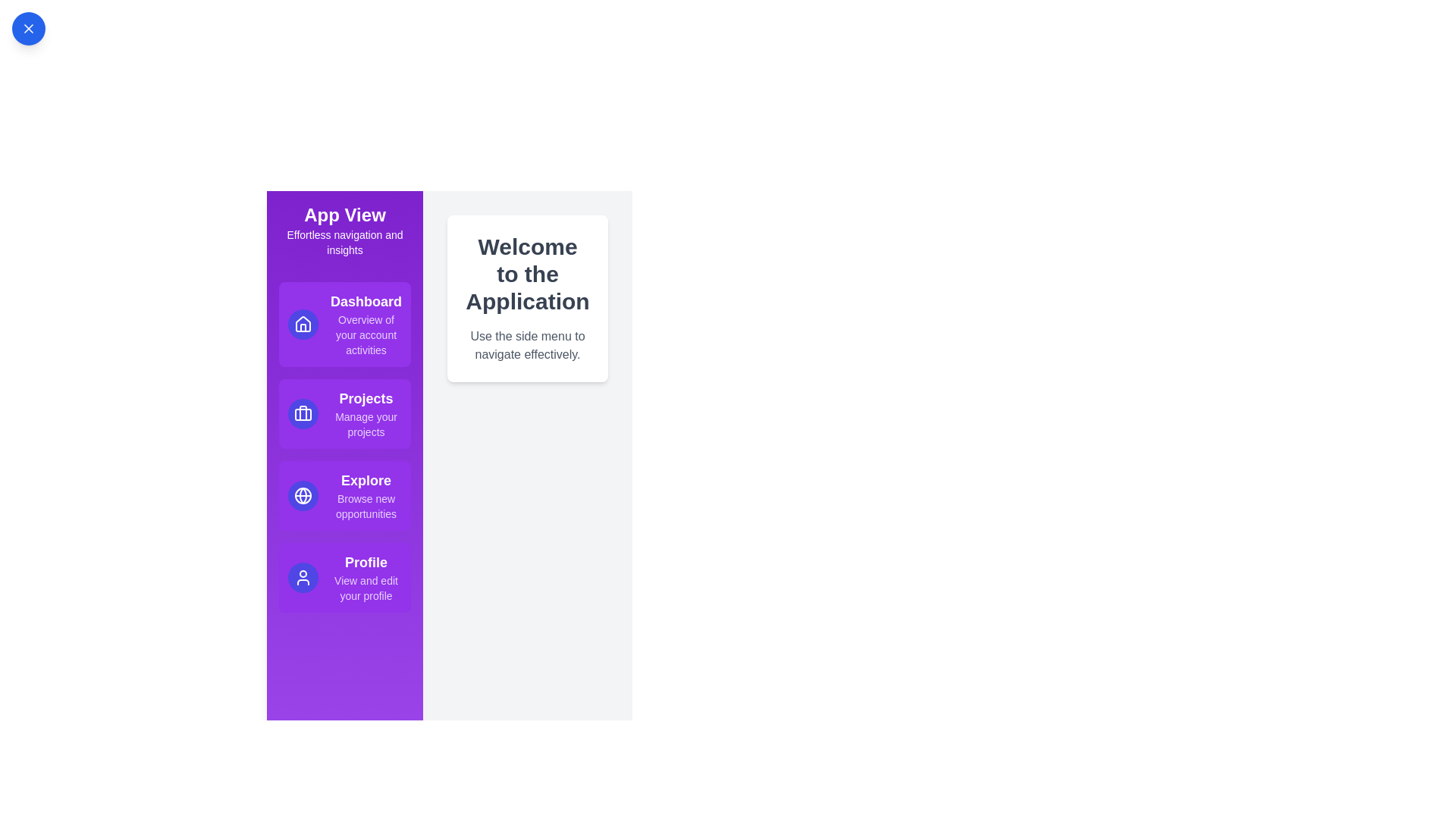 The width and height of the screenshot is (1456, 819). I want to click on the menu item Explore from the drawer, so click(344, 496).